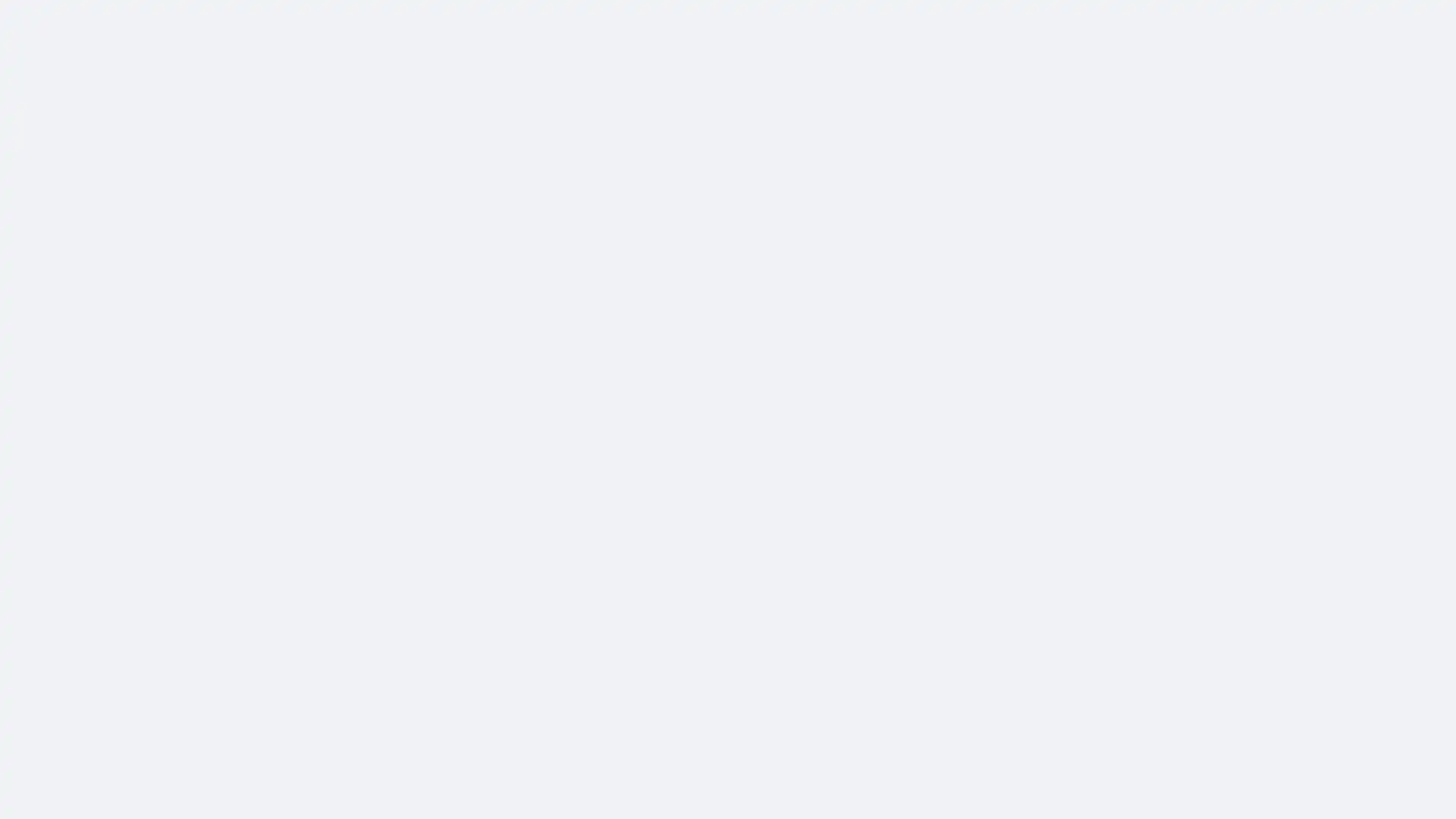  I want to click on View 1 more comment, so click(870, 506).